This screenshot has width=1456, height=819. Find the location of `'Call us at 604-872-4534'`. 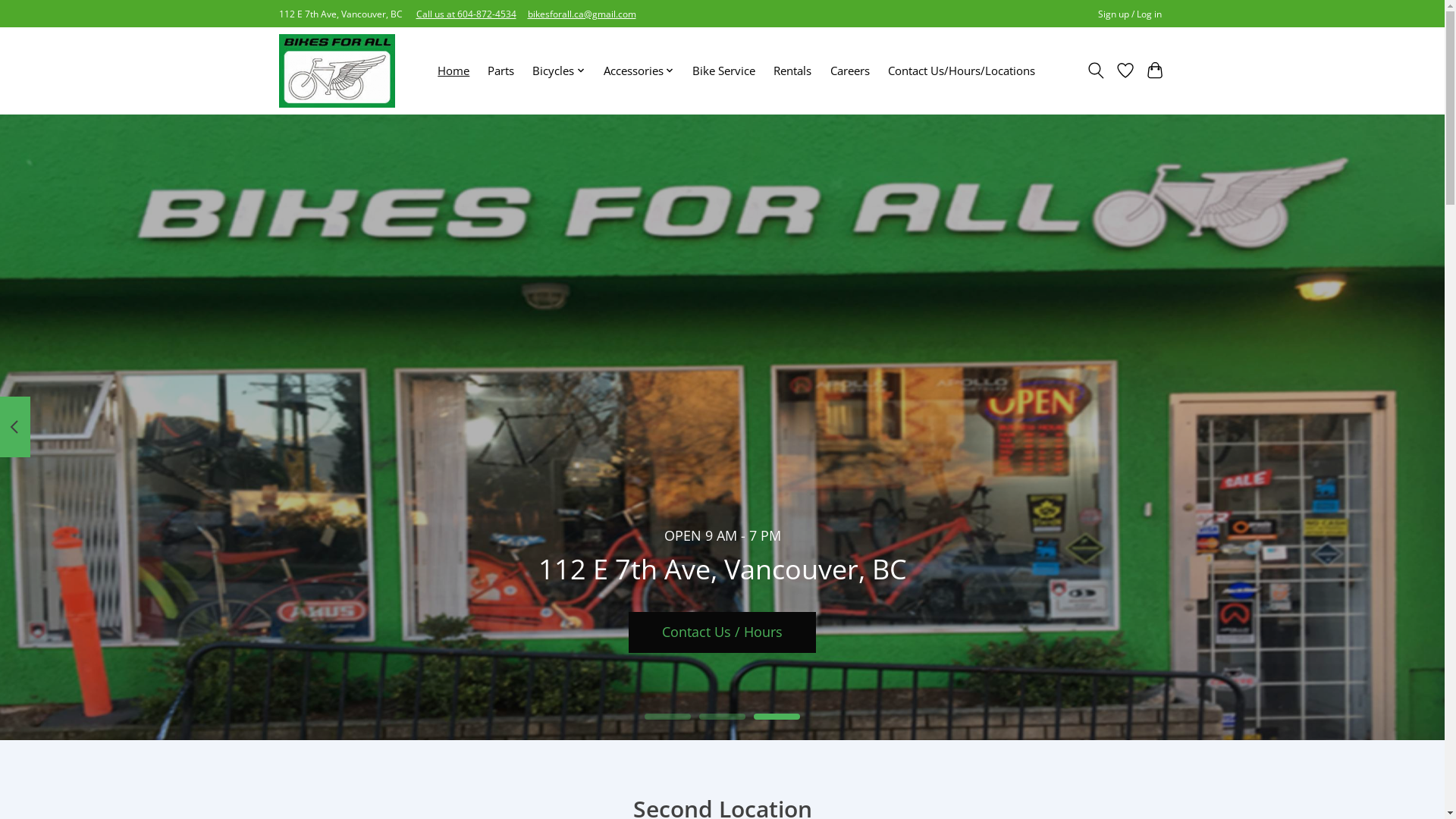

'Call us at 604-872-4534' is located at coordinates (465, 14).